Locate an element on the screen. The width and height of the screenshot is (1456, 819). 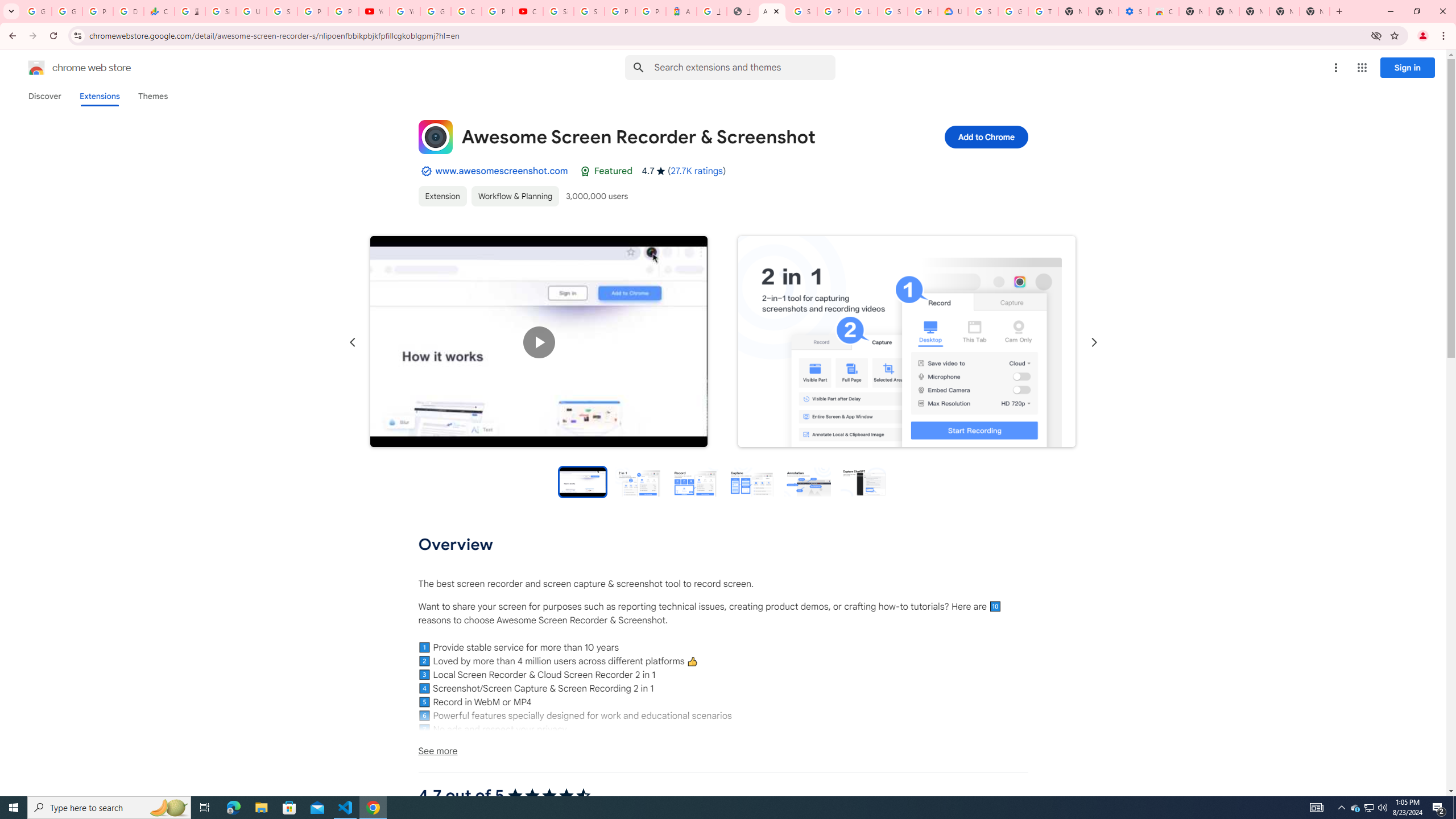
'Sign in - Google Accounts' is located at coordinates (589, 11).